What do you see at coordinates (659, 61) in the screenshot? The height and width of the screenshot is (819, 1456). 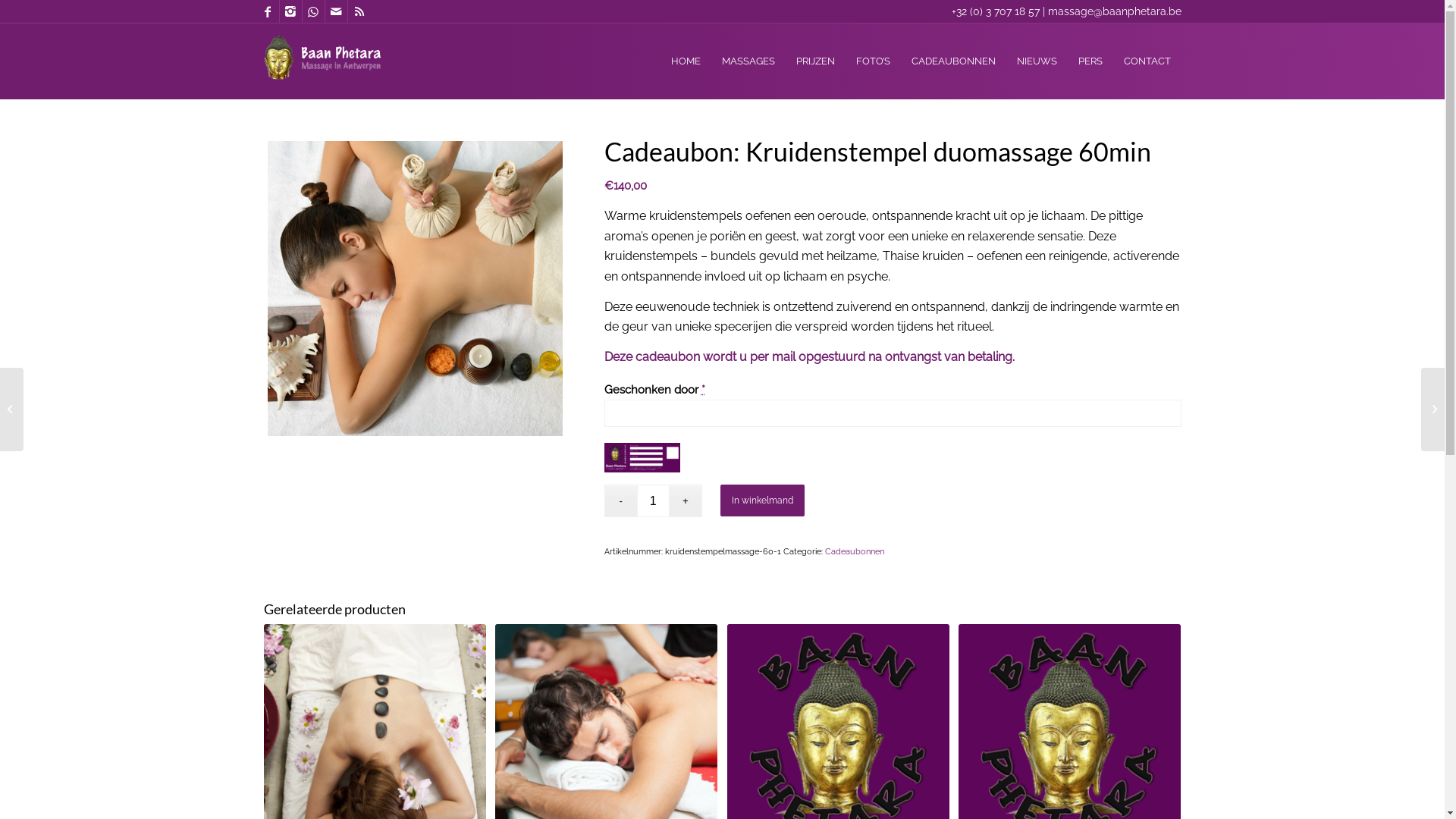 I see `'HOME'` at bounding box center [659, 61].